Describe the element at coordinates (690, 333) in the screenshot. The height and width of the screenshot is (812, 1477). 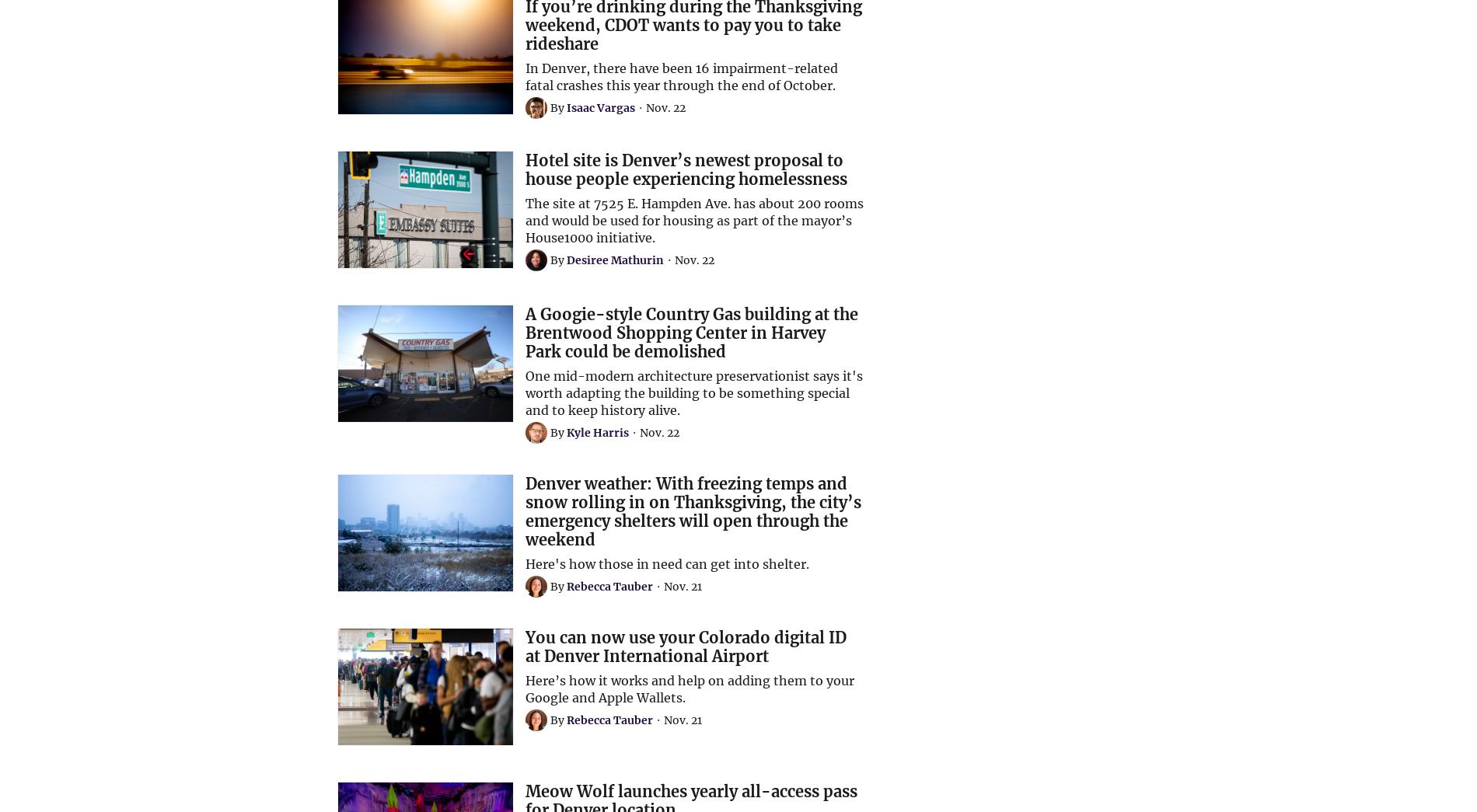
I see `'A Googie-style Country Gas building at the Brentwood Shopping Center in Harvey Park could be demolished'` at that location.